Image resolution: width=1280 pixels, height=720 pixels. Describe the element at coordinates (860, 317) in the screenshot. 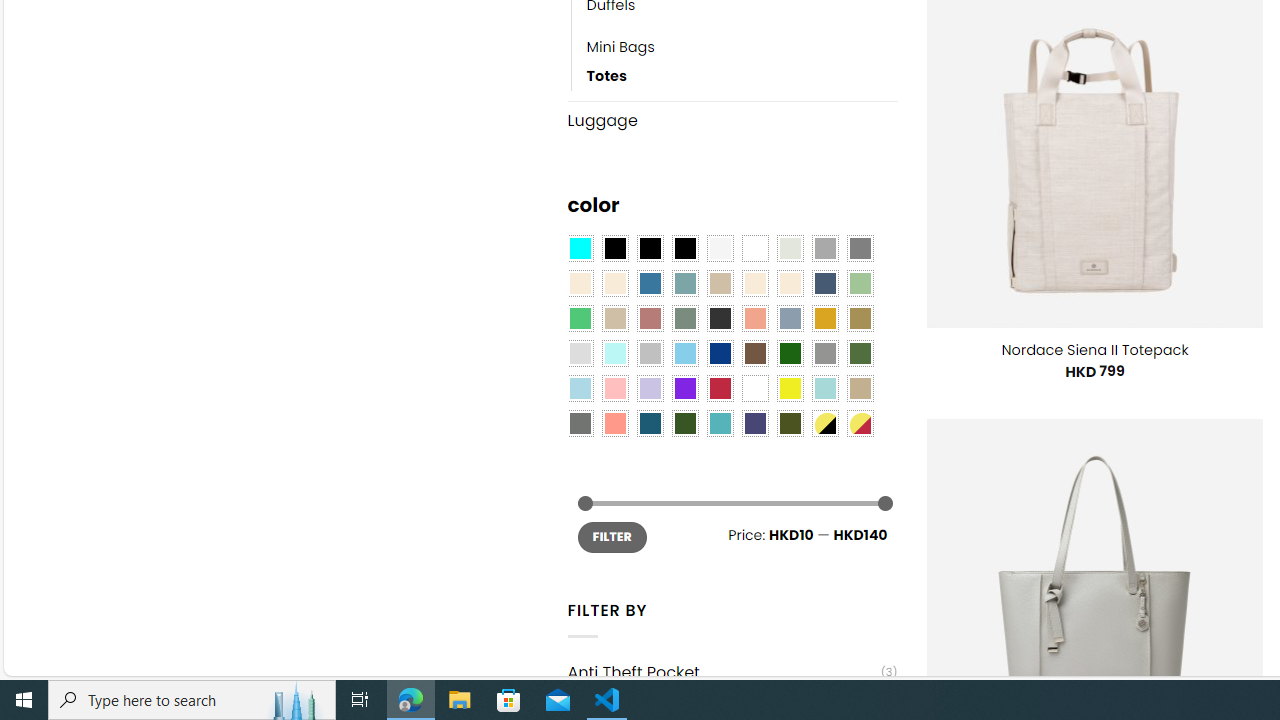

I see `'Kelp'` at that location.